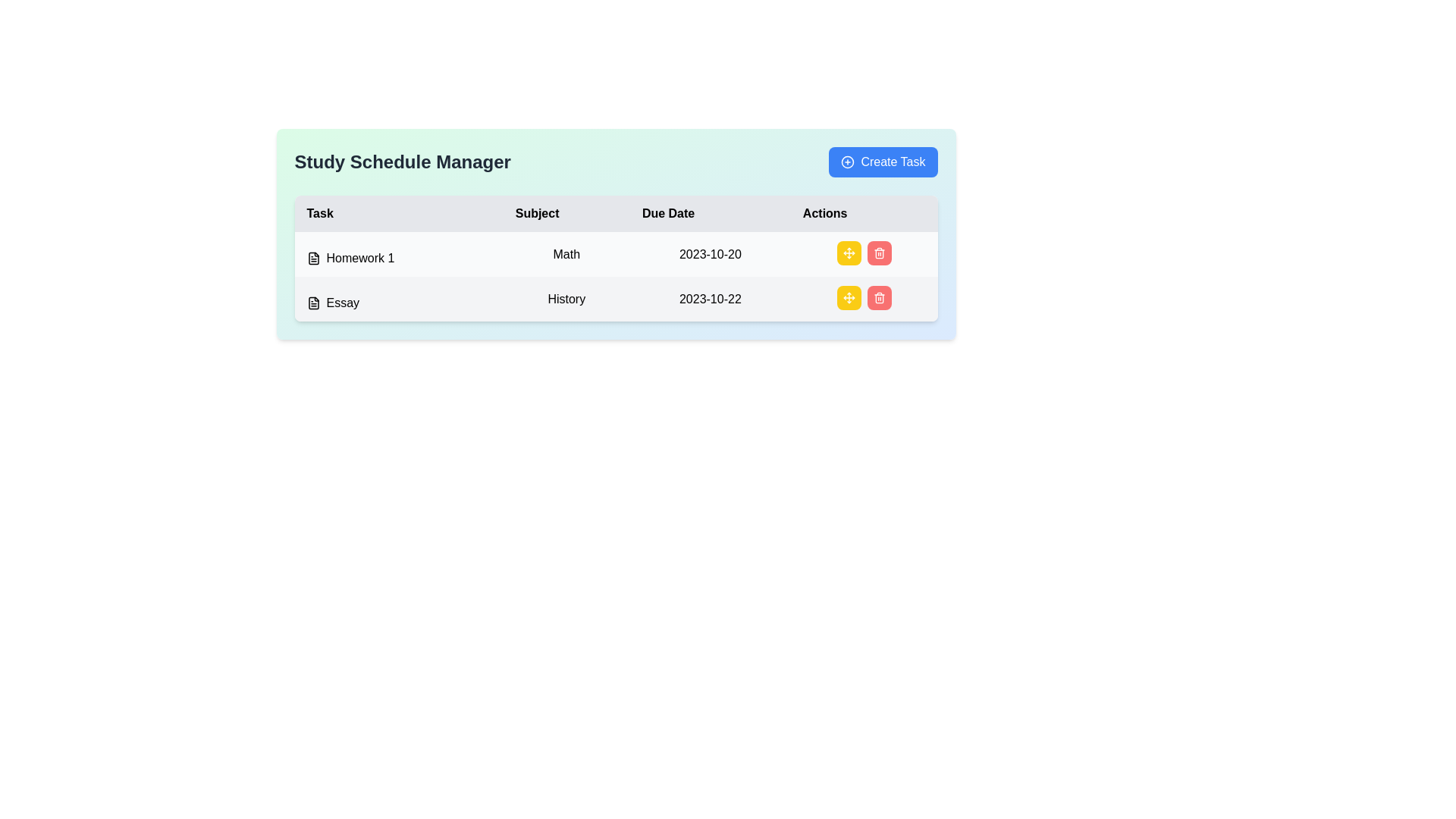 The height and width of the screenshot is (819, 1456). What do you see at coordinates (312, 257) in the screenshot?
I see `the 'Homework 1' document icon, which is the first icon in the 'Task' column of the task list, positioned above the 'Essay' icon` at bounding box center [312, 257].